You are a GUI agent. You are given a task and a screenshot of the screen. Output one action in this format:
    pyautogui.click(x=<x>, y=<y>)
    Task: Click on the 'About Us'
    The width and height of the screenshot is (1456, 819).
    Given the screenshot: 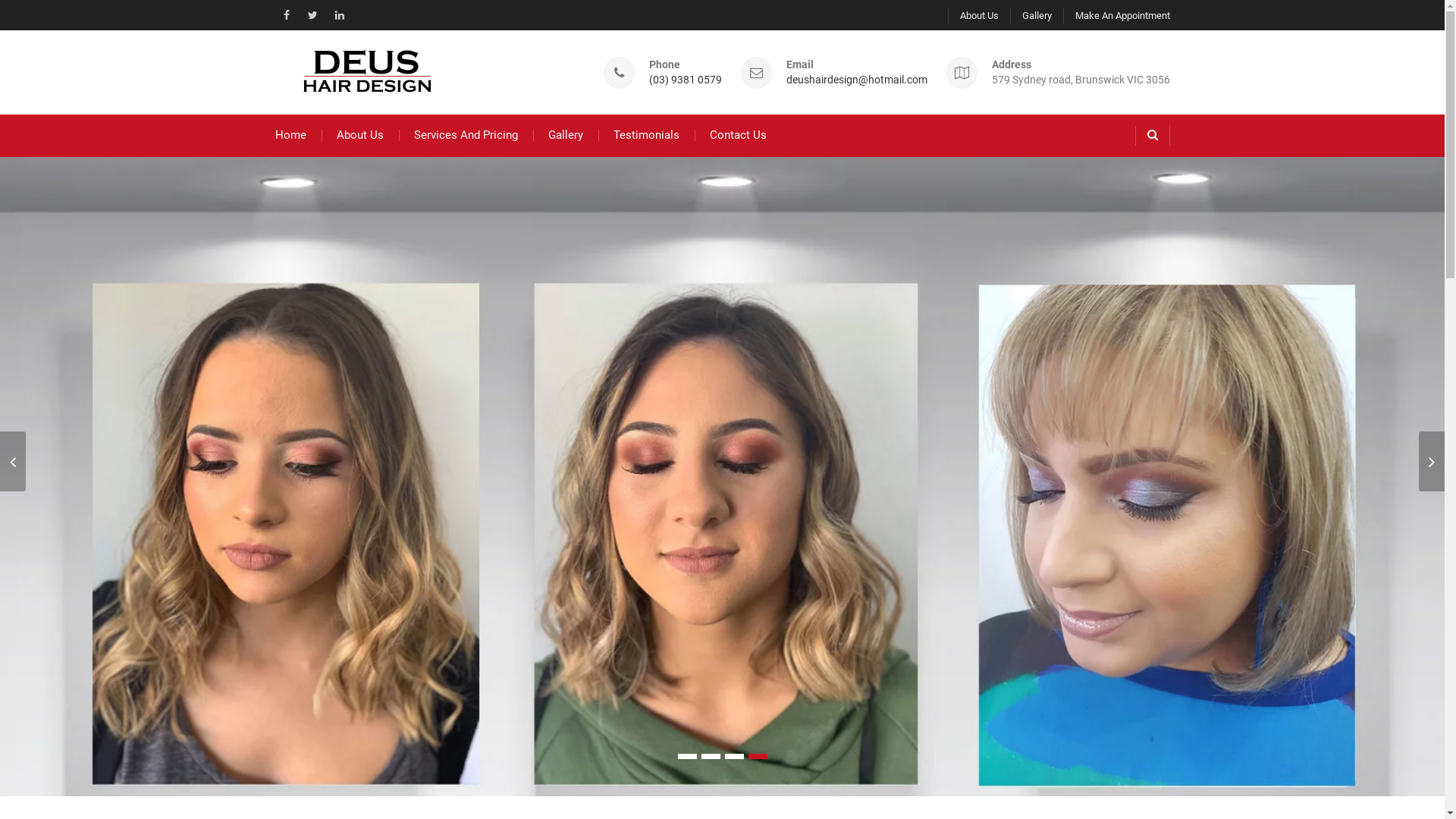 What is the action you would take?
    pyautogui.click(x=359, y=134)
    